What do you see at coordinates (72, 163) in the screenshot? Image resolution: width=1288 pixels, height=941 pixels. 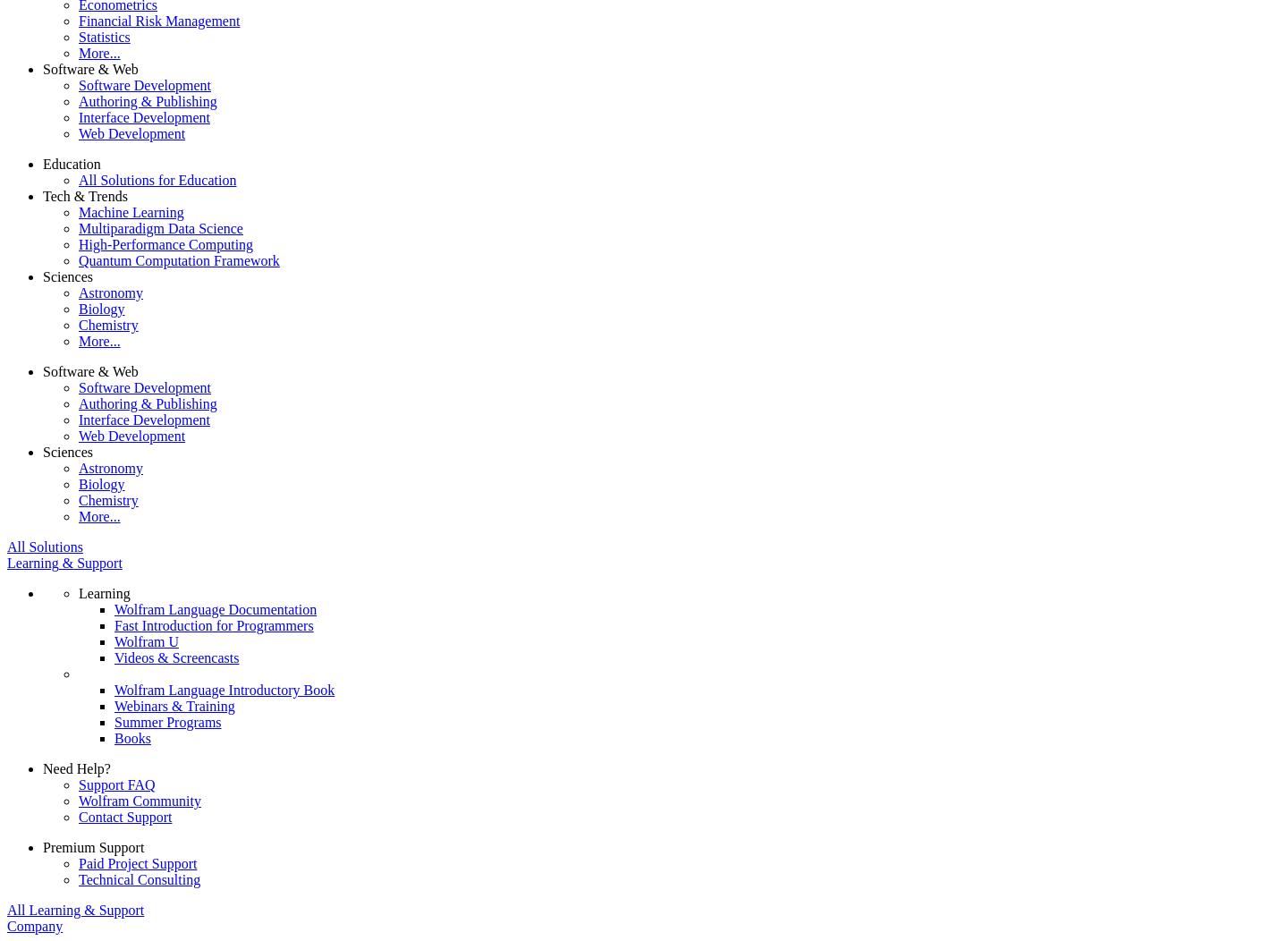 I see `'Education'` at bounding box center [72, 163].